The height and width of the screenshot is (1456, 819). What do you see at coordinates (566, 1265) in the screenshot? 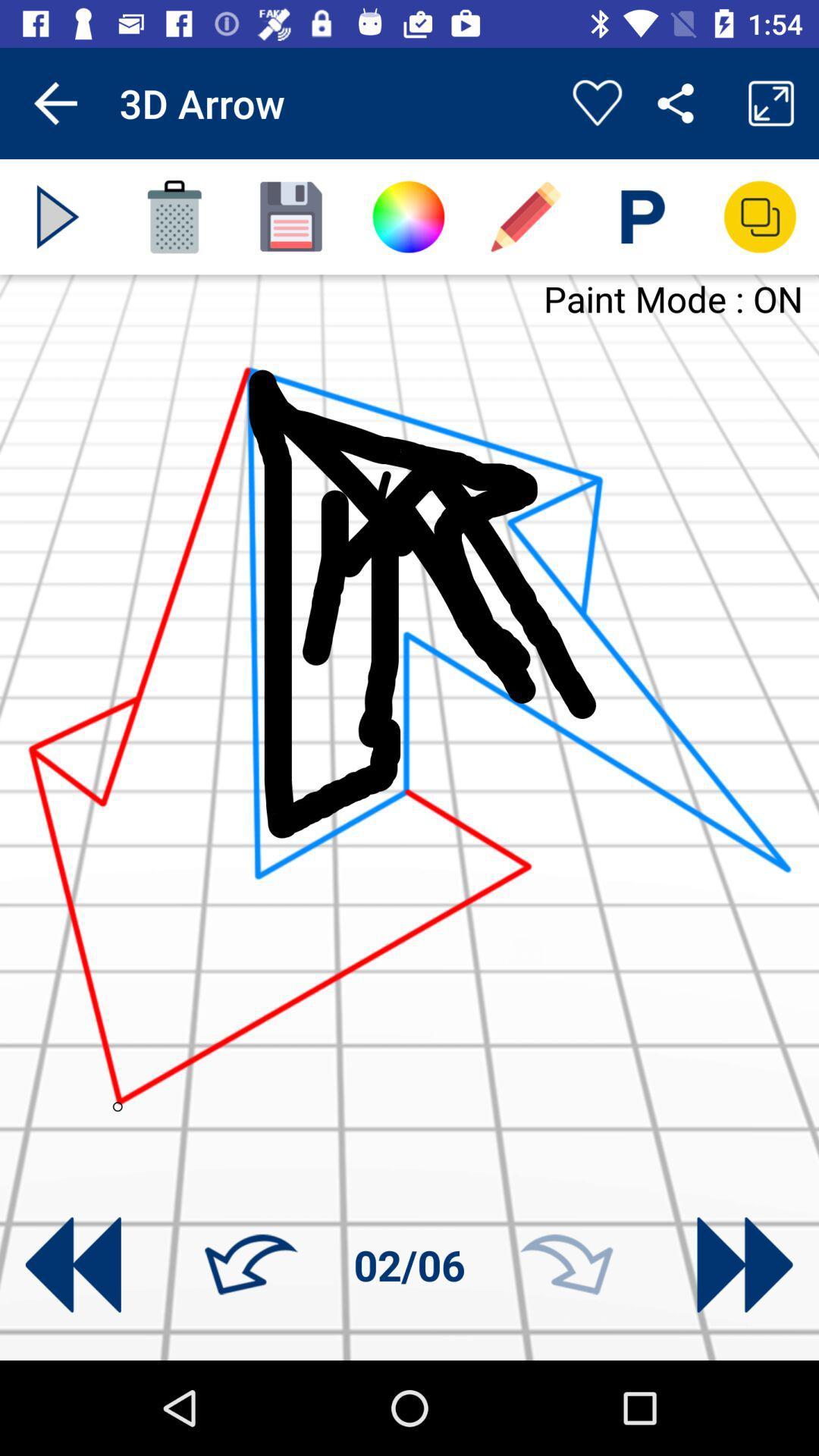
I see `the redo icon` at bounding box center [566, 1265].